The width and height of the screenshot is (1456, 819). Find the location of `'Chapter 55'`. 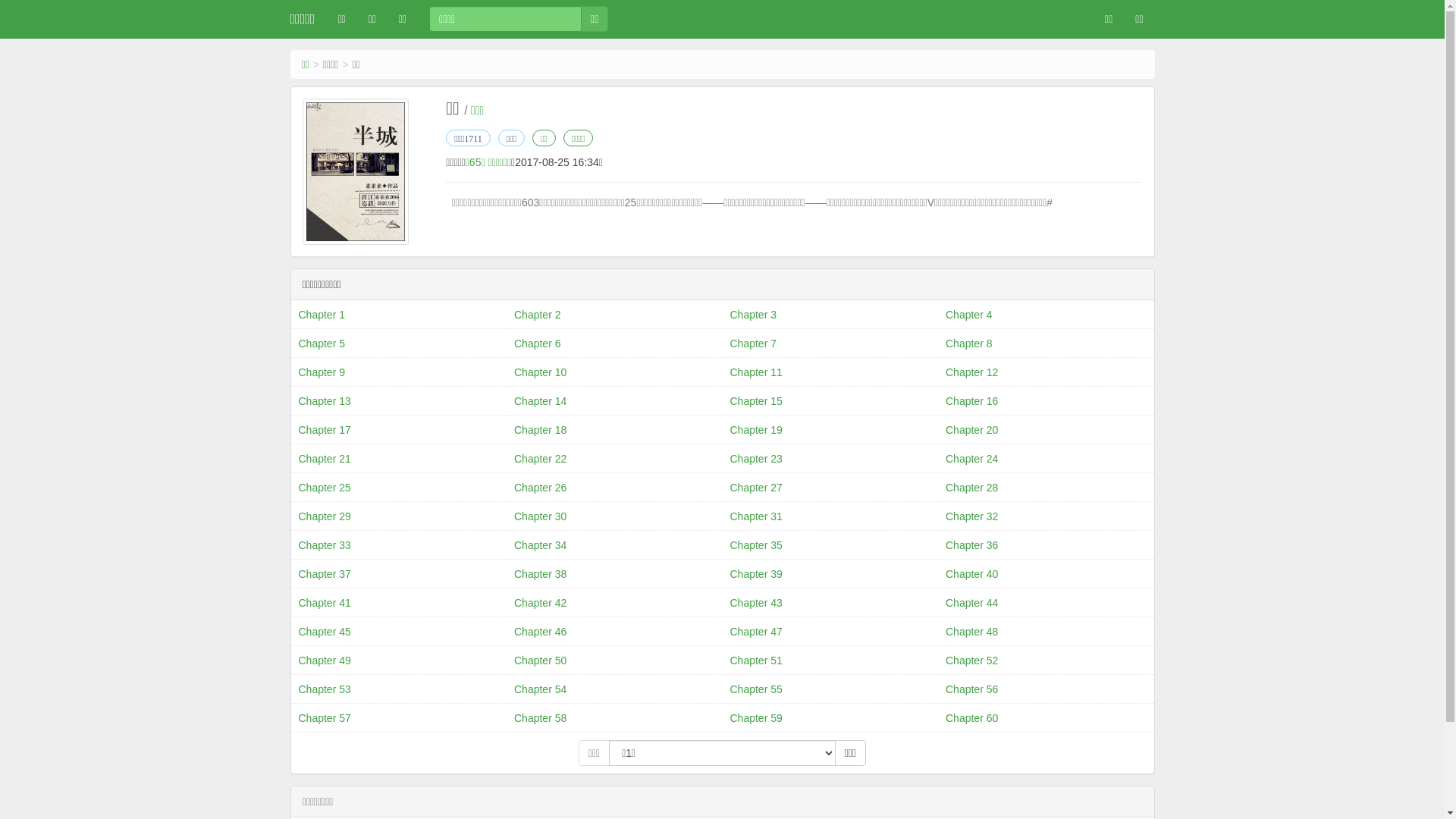

'Chapter 55' is located at coordinates (829, 689).